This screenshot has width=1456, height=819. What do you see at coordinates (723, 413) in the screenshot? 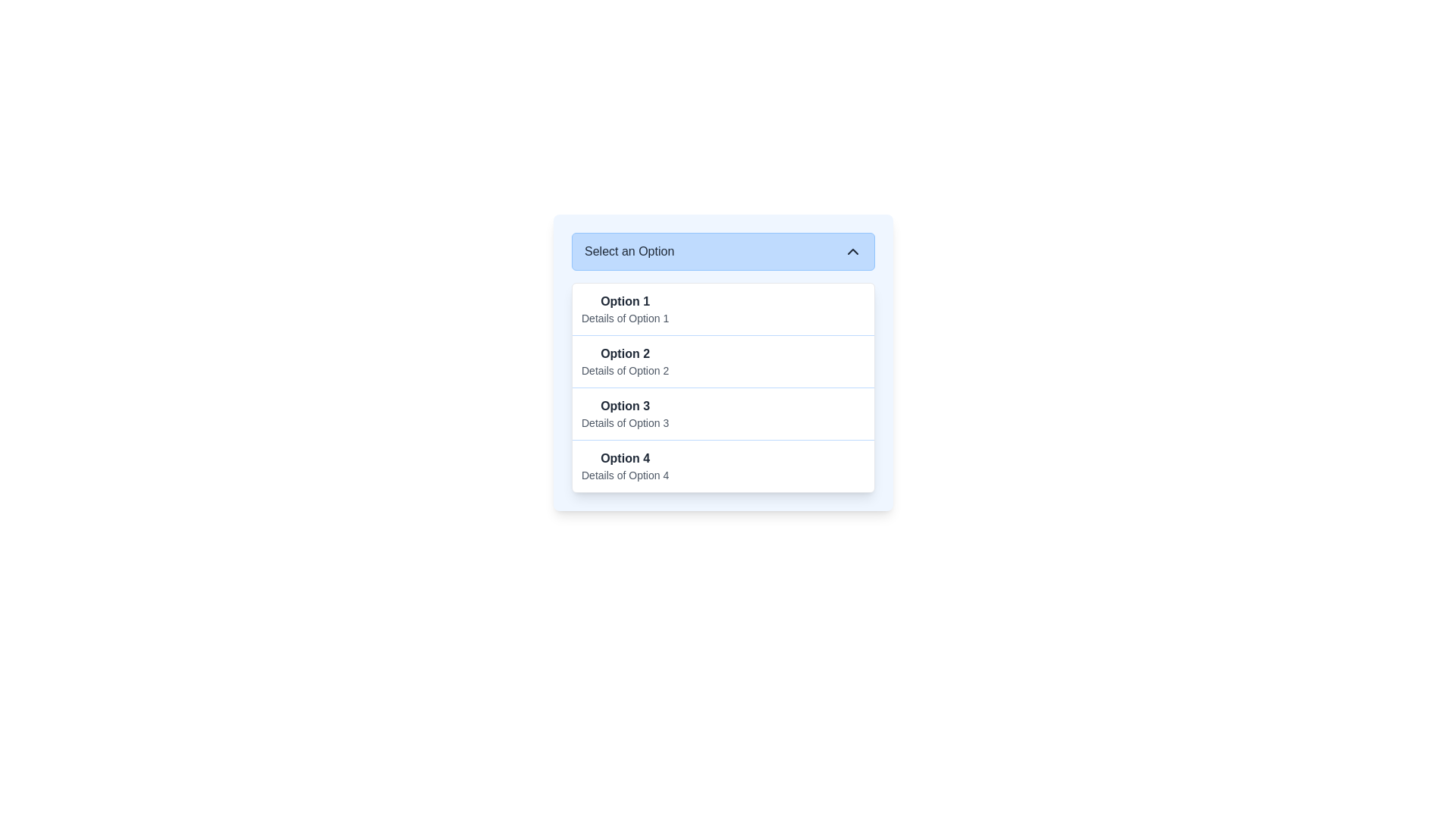
I see `the 'Option 3' list item in the dropdown menu, which is the third item in a vertical list of four options` at bounding box center [723, 413].